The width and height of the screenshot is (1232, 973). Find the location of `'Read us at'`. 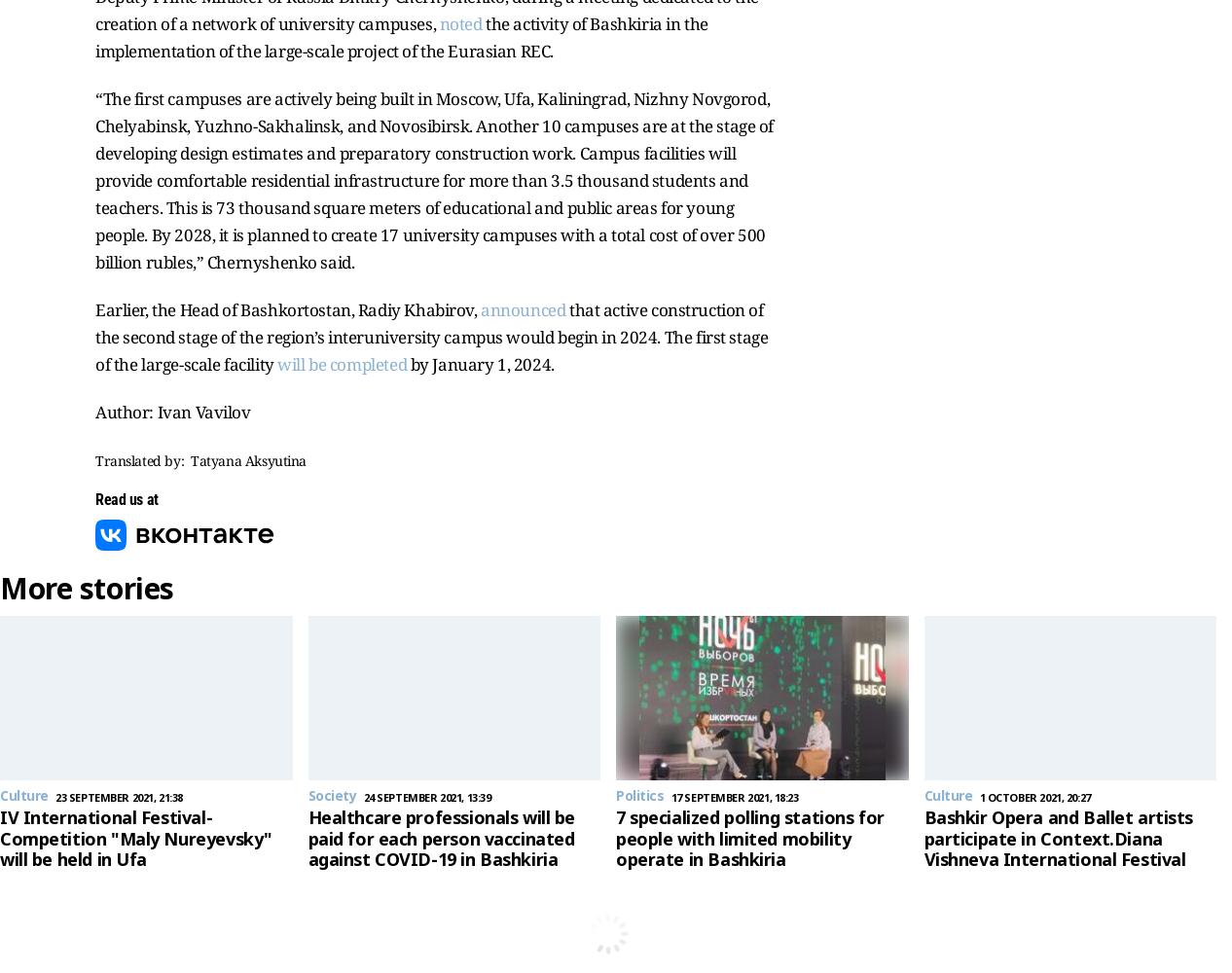

'Read us at' is located at coordinates (93, 499).